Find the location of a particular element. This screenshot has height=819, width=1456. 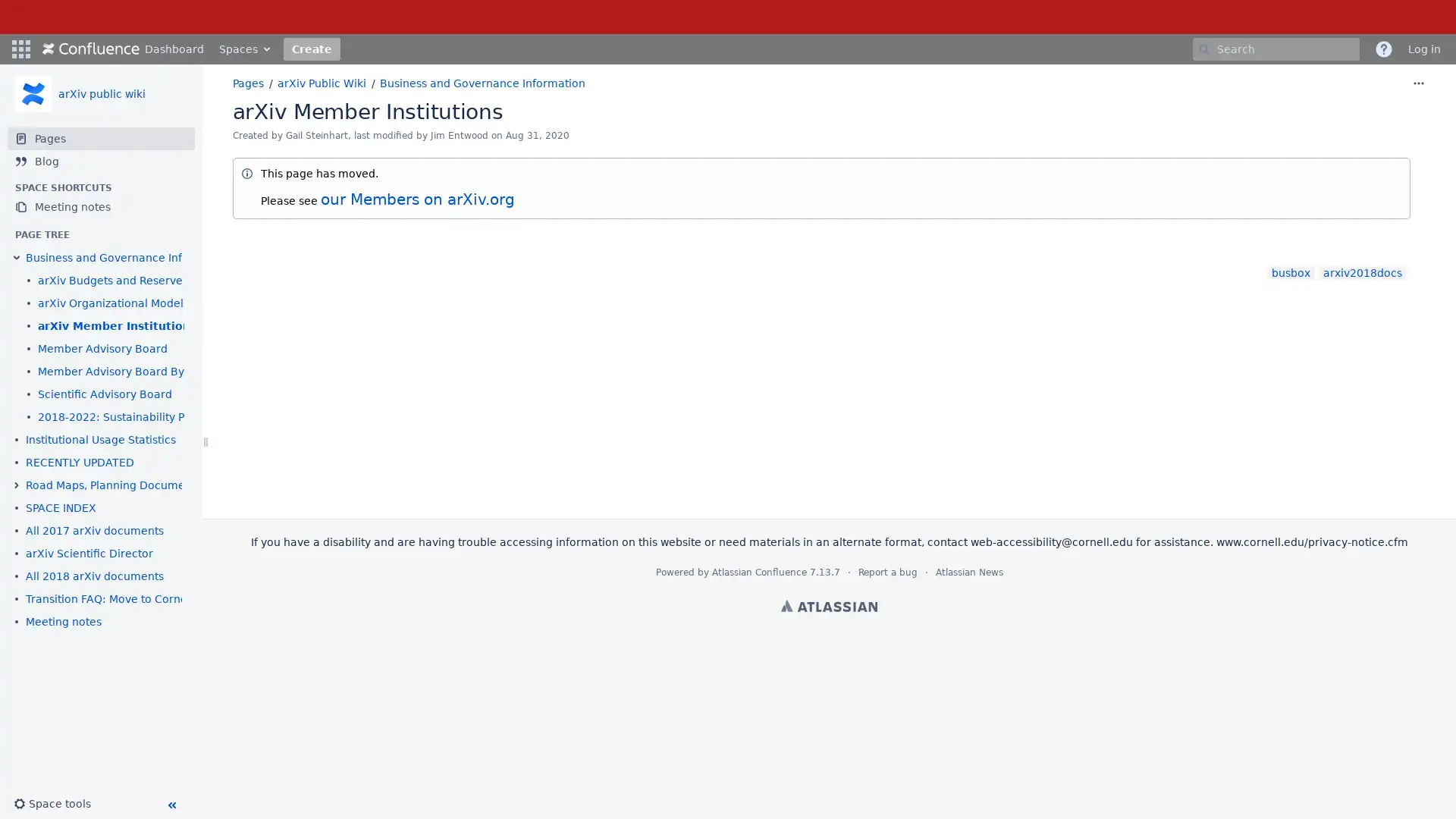

Collapse sidebar ( [ ) is located at coordinates (171, 804).